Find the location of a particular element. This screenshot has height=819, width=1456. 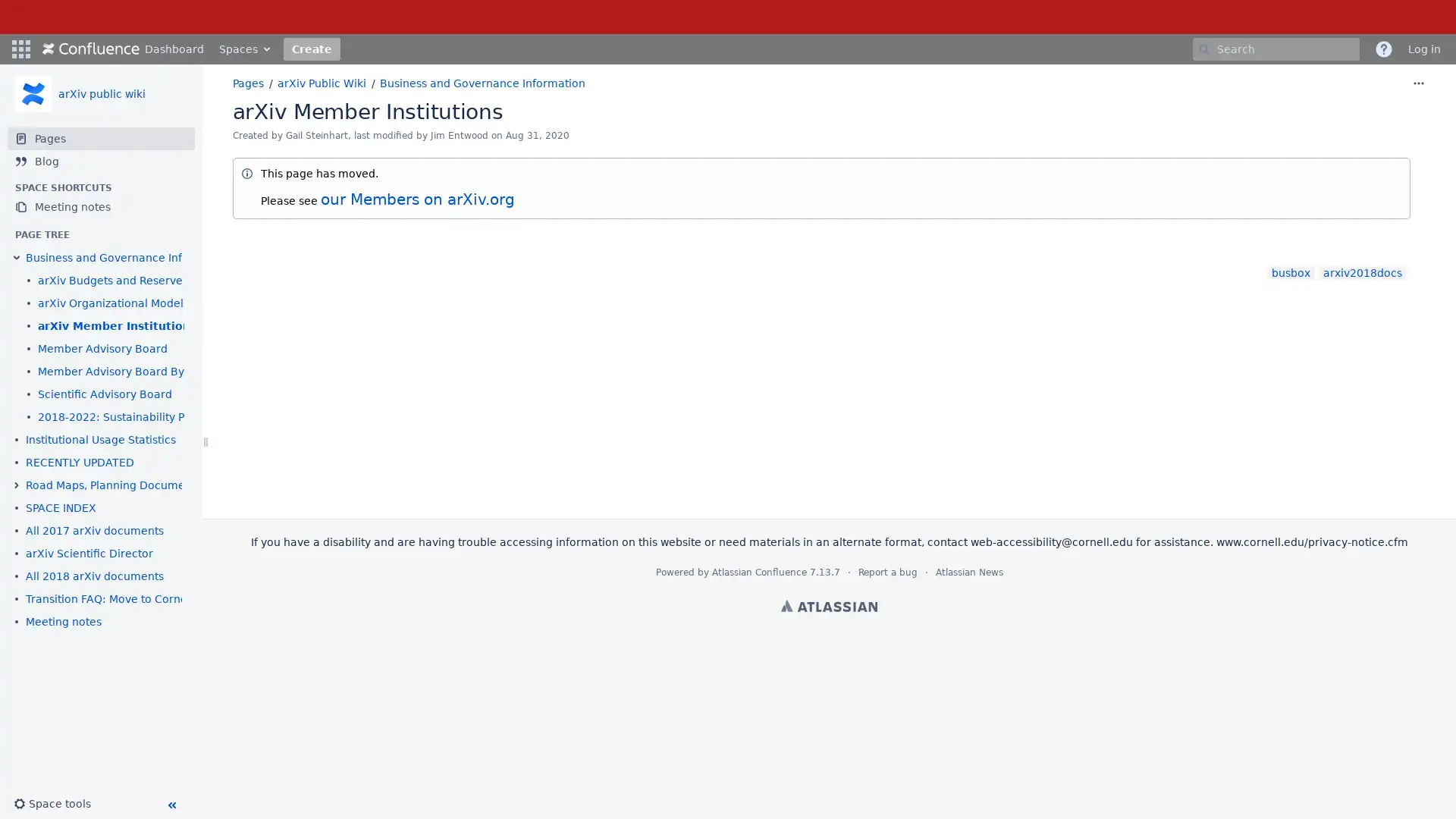

Collapse sidebar ( [ ) is located at coordinates (171, 804).